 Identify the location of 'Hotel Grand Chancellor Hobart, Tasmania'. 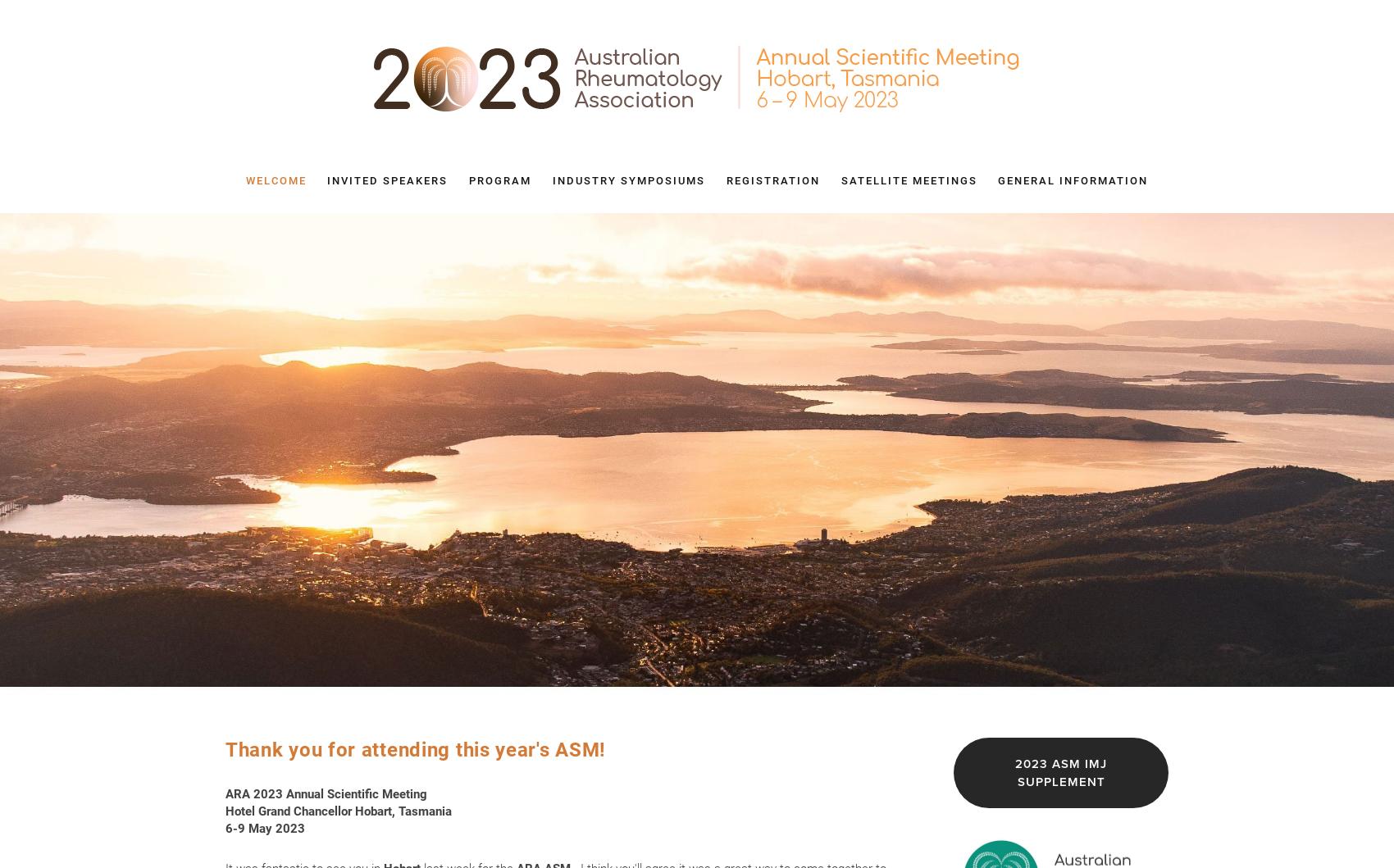
(339, 810).